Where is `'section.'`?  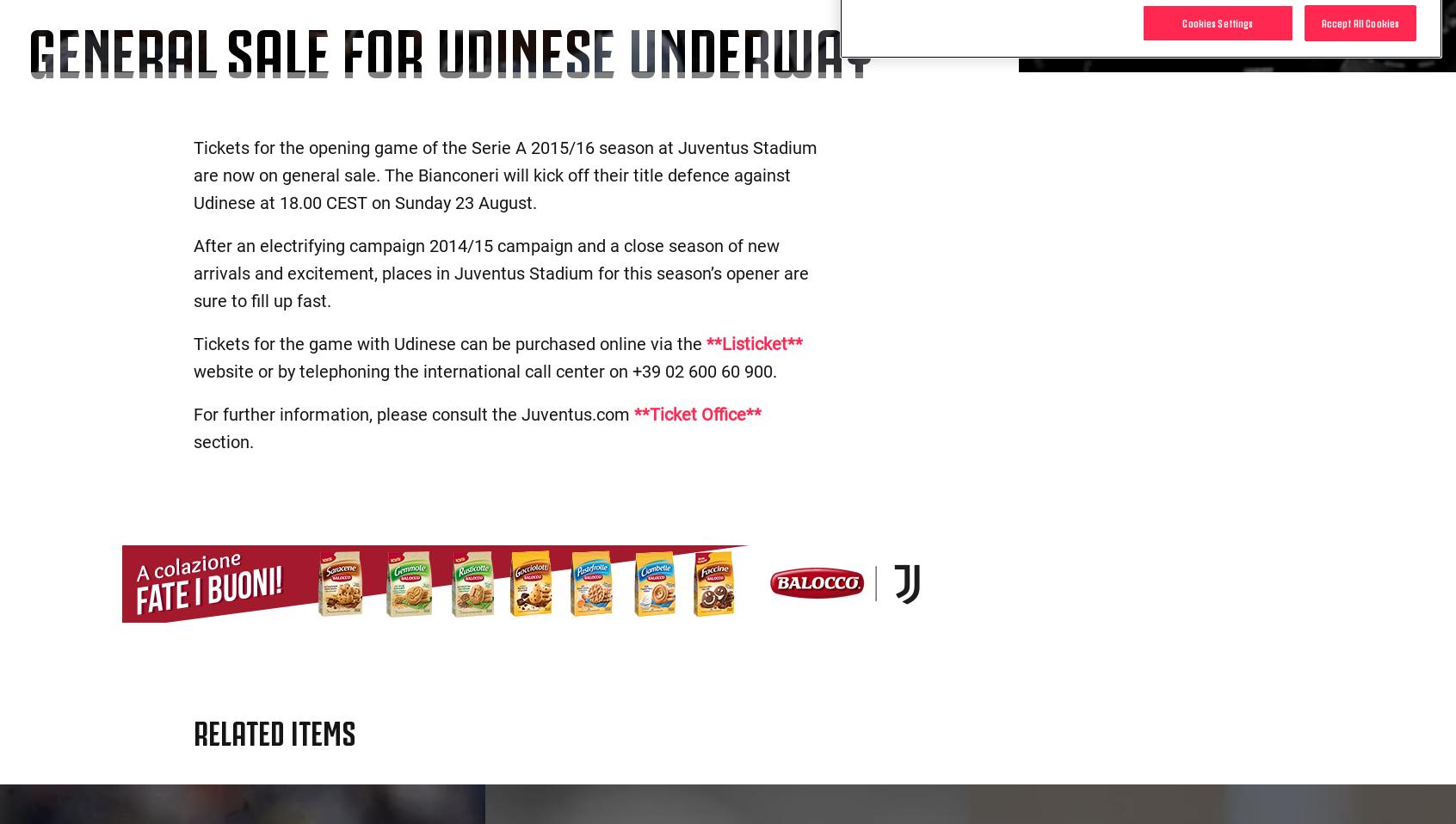
'section.' is located at coordinates (224, 440).